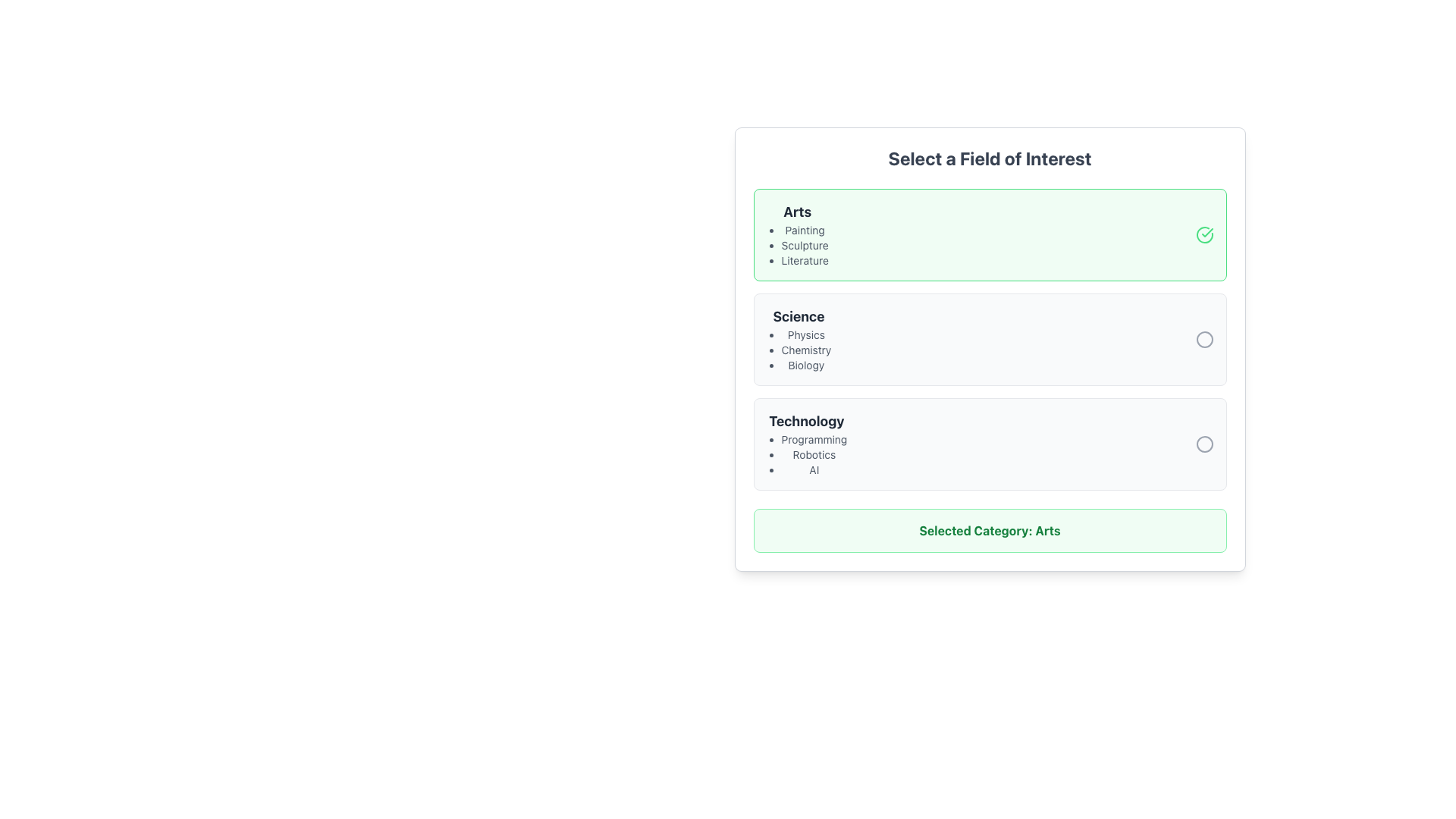  I want to click on the text label displaying 'Painting', which is the first item in the 'Arts' list, styled in gray font and slightly smaller than surrounding headings, so click(804, 231).